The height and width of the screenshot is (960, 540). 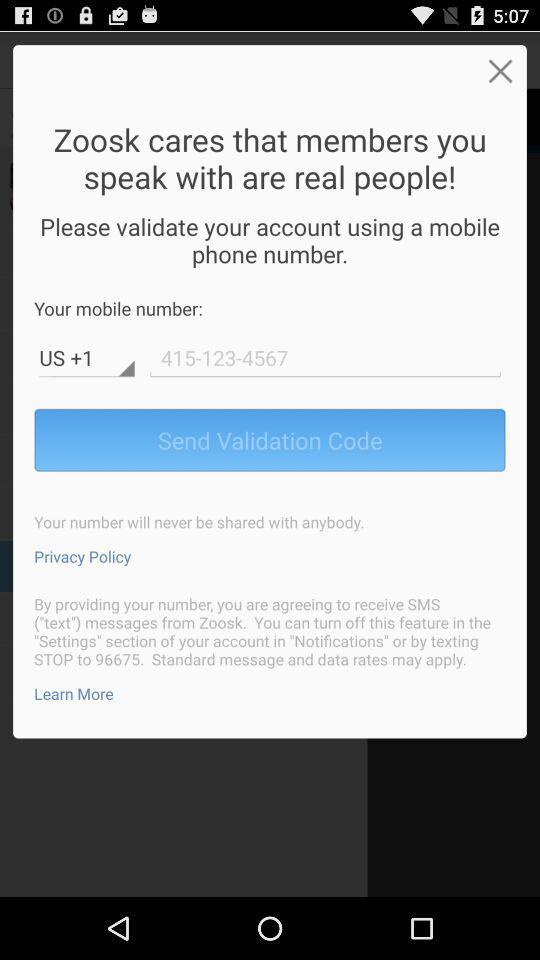 What do you see at coordinates (325, 357) in the screenshot?
I see `input phone number` at bounding box center [325, 357].